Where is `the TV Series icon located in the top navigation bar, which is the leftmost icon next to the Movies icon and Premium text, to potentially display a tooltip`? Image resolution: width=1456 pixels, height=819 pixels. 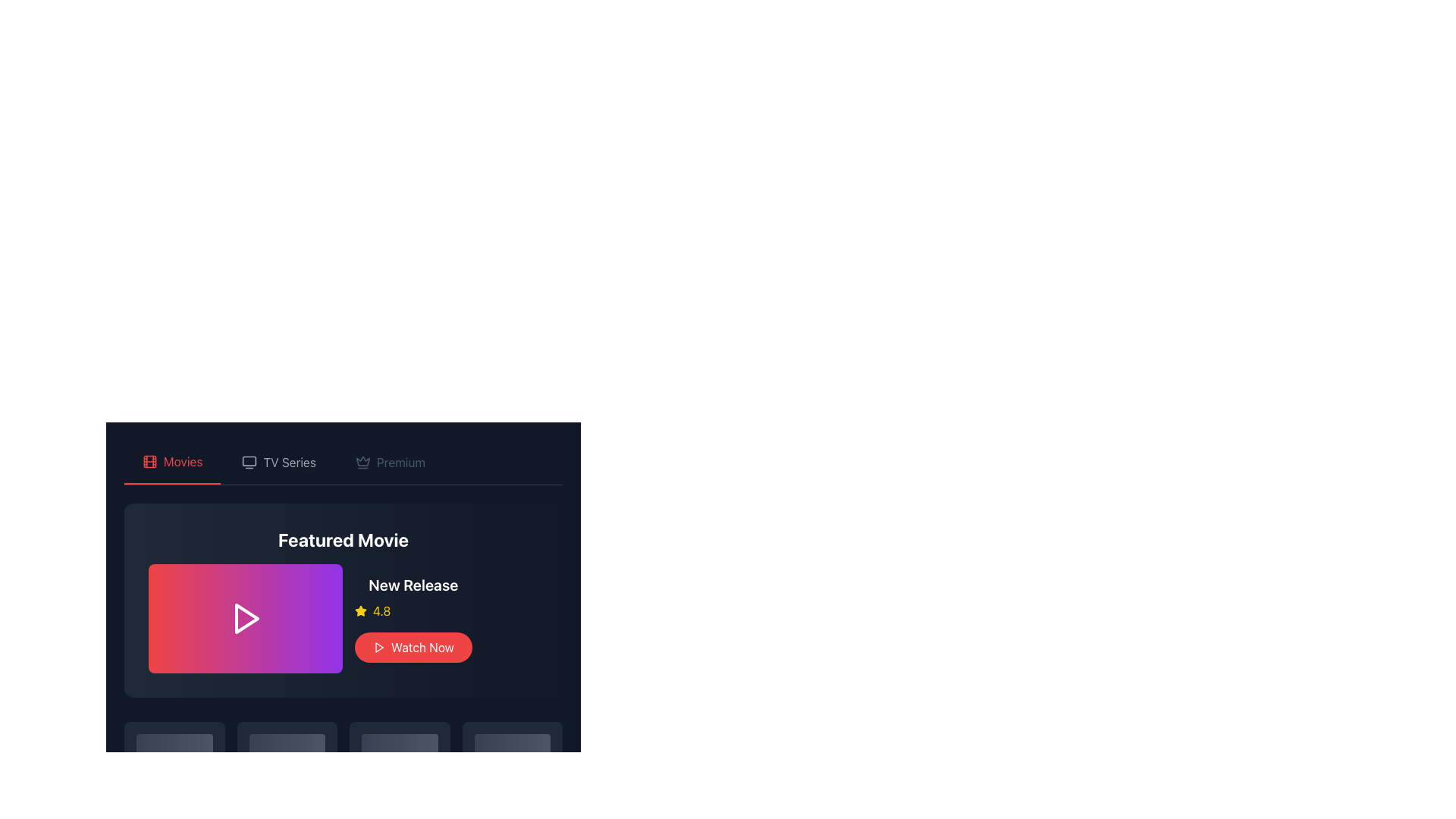 the TV Series icon located in the top navigation bar, which is the leftmost icon next to the Movies icon and Premium text, to potentially display a tooltip is located at coordinates (249, 461).